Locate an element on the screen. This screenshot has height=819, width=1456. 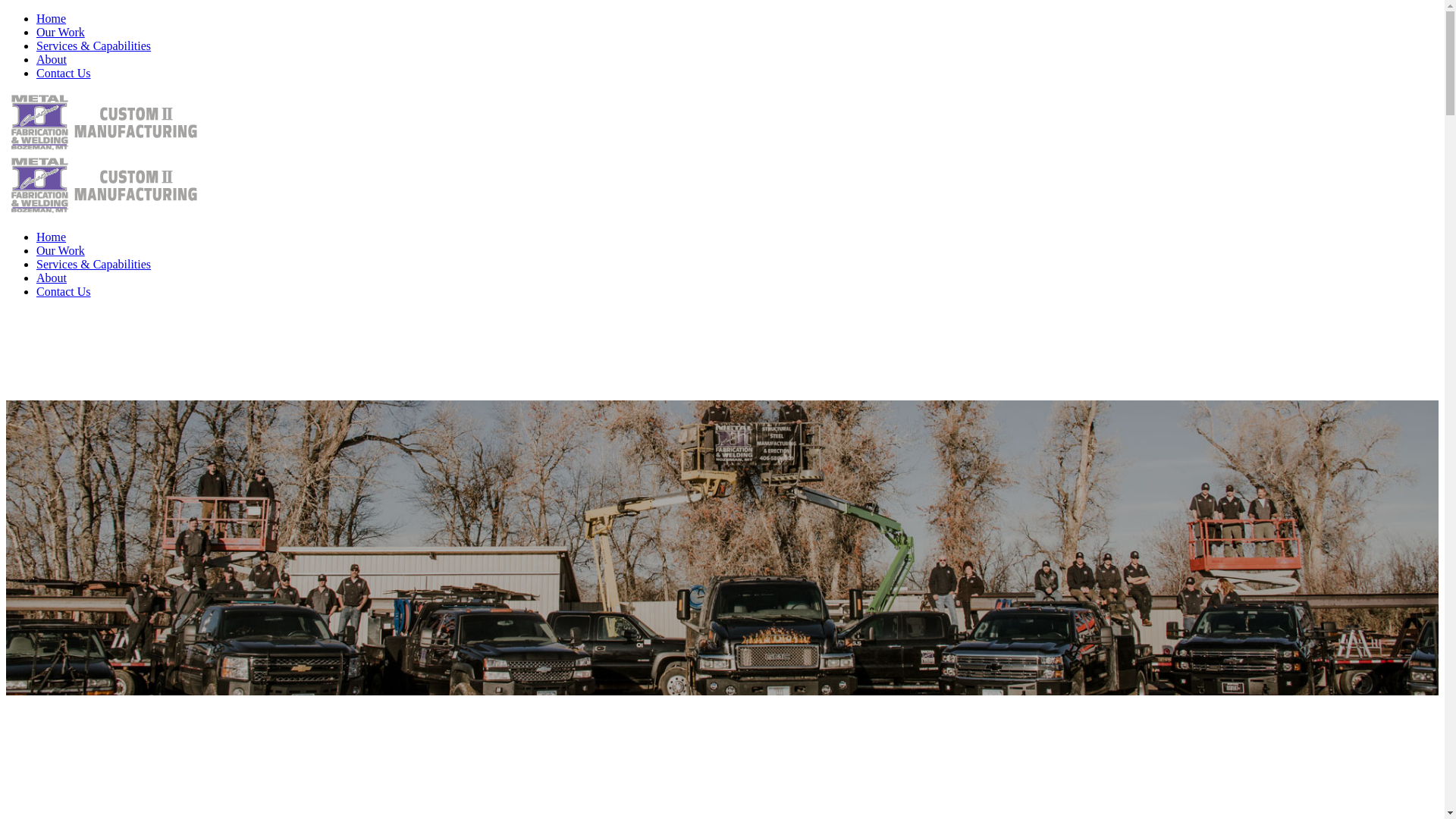
'Home' is located at coordinates (51, 237).